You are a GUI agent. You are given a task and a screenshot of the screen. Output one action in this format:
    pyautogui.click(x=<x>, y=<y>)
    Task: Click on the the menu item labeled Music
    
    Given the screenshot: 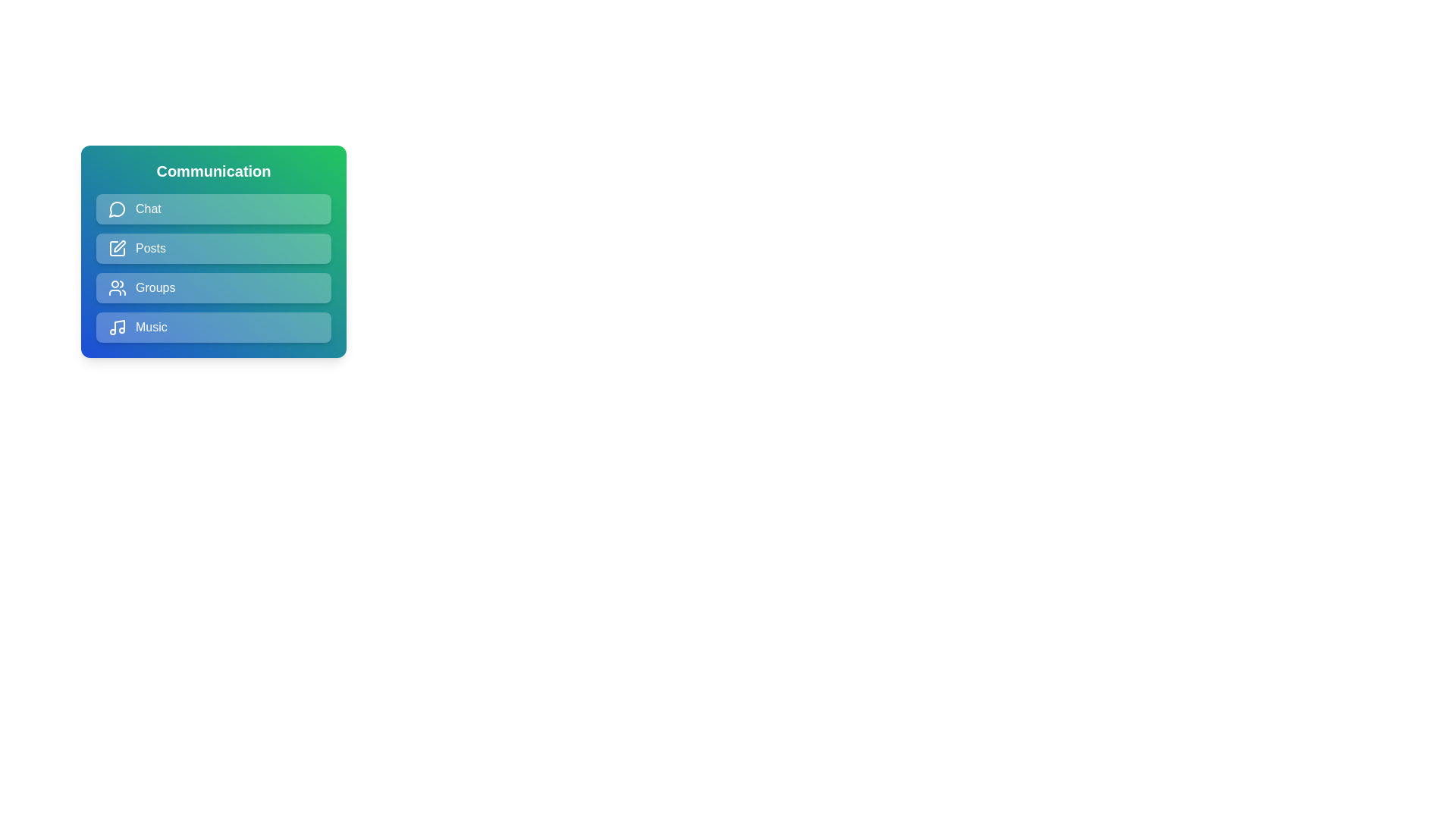 What is the action you would take?
    pyautogui.click(x=213, y=327)
    